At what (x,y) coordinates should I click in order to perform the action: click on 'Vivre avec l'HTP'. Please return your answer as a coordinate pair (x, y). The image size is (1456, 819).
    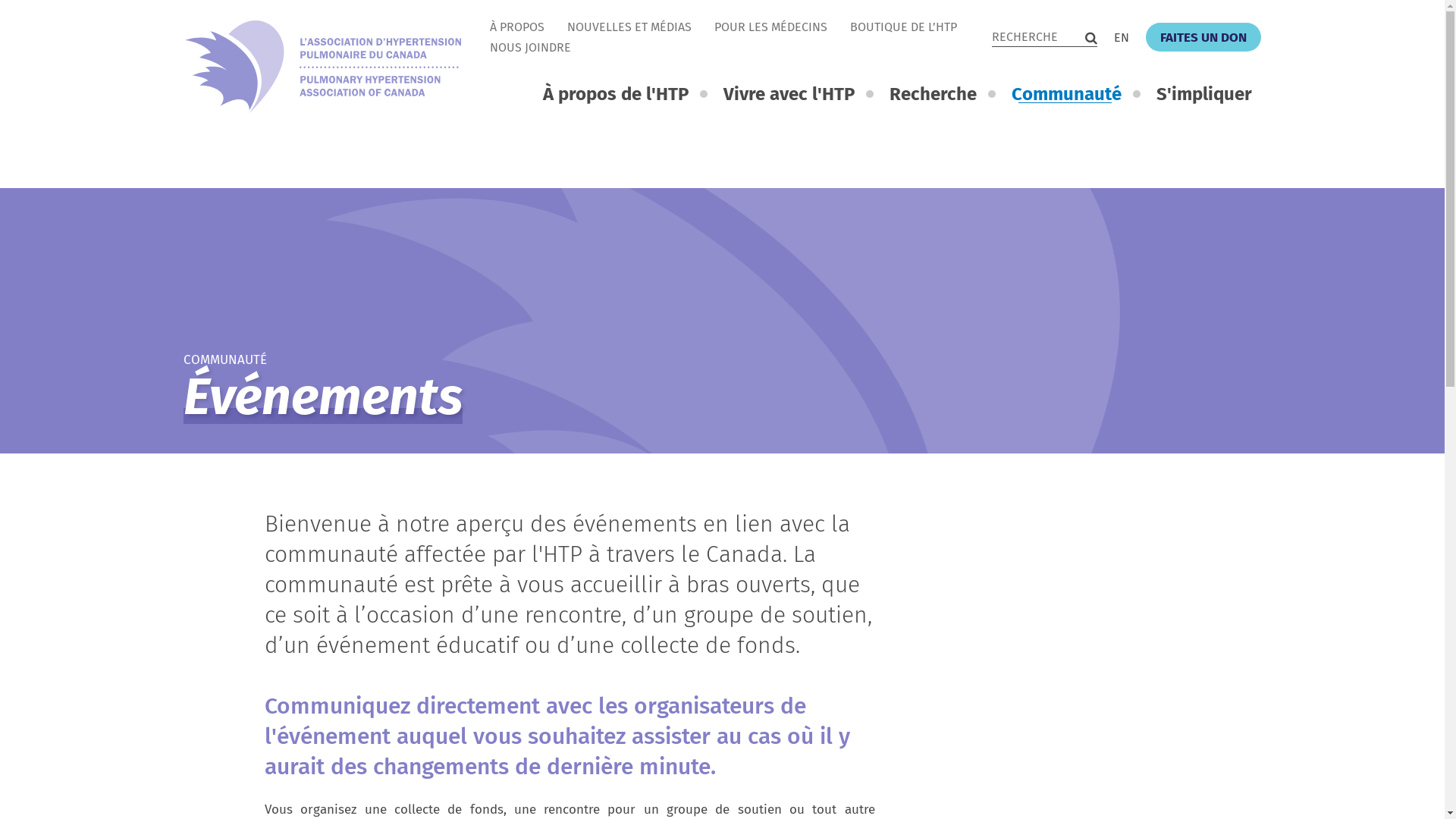
    Looking at the image, I should click on (797, 93).